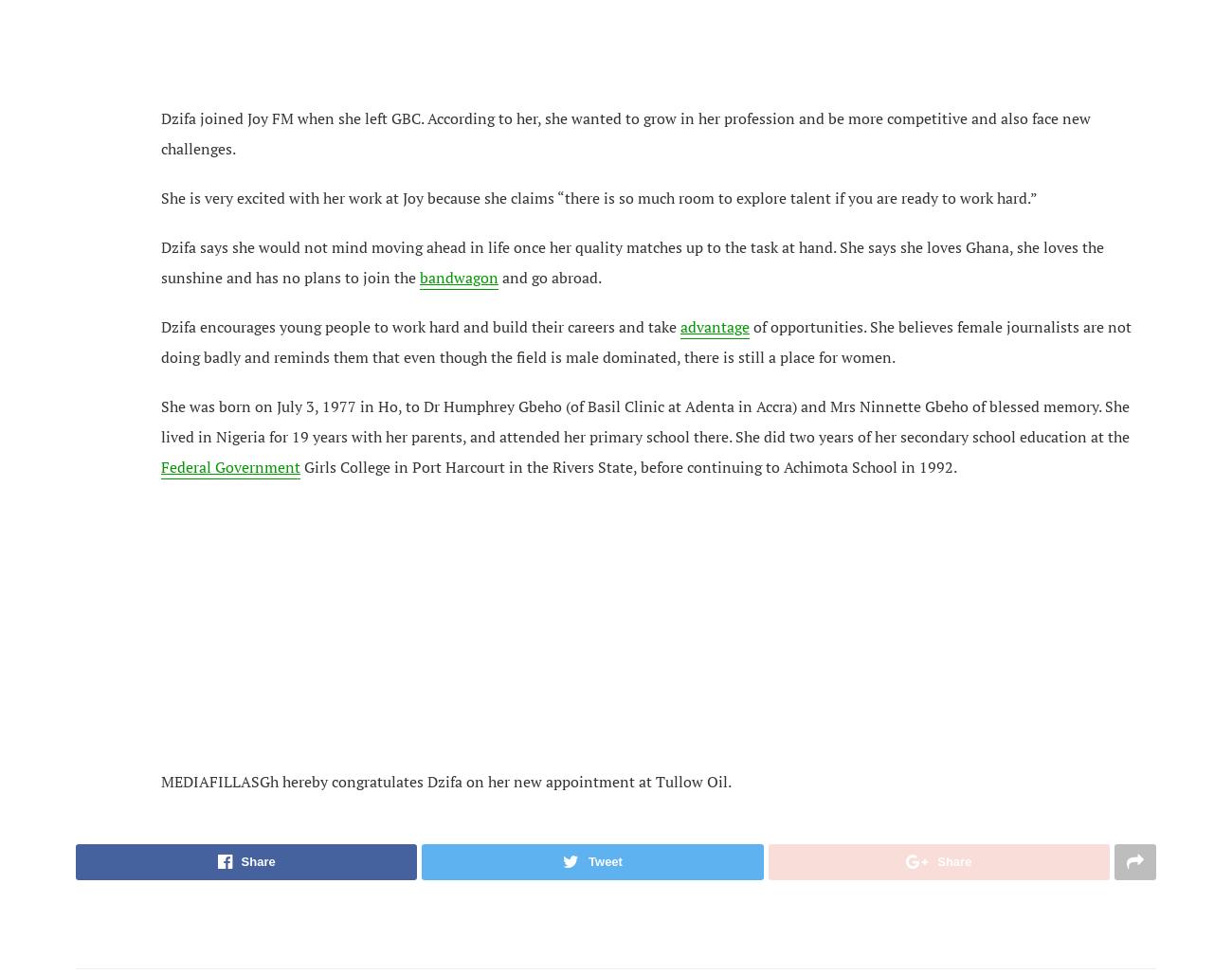 Image resolution: width=1232 pixels, height=974 pixels. Describe the element at coordinates (644, 340) in the screenshot. I see `'of opportunities. She believes female journalists are not doing badly and reminds them that even though the field is male dominated, there is still a place for women.'` at that location.